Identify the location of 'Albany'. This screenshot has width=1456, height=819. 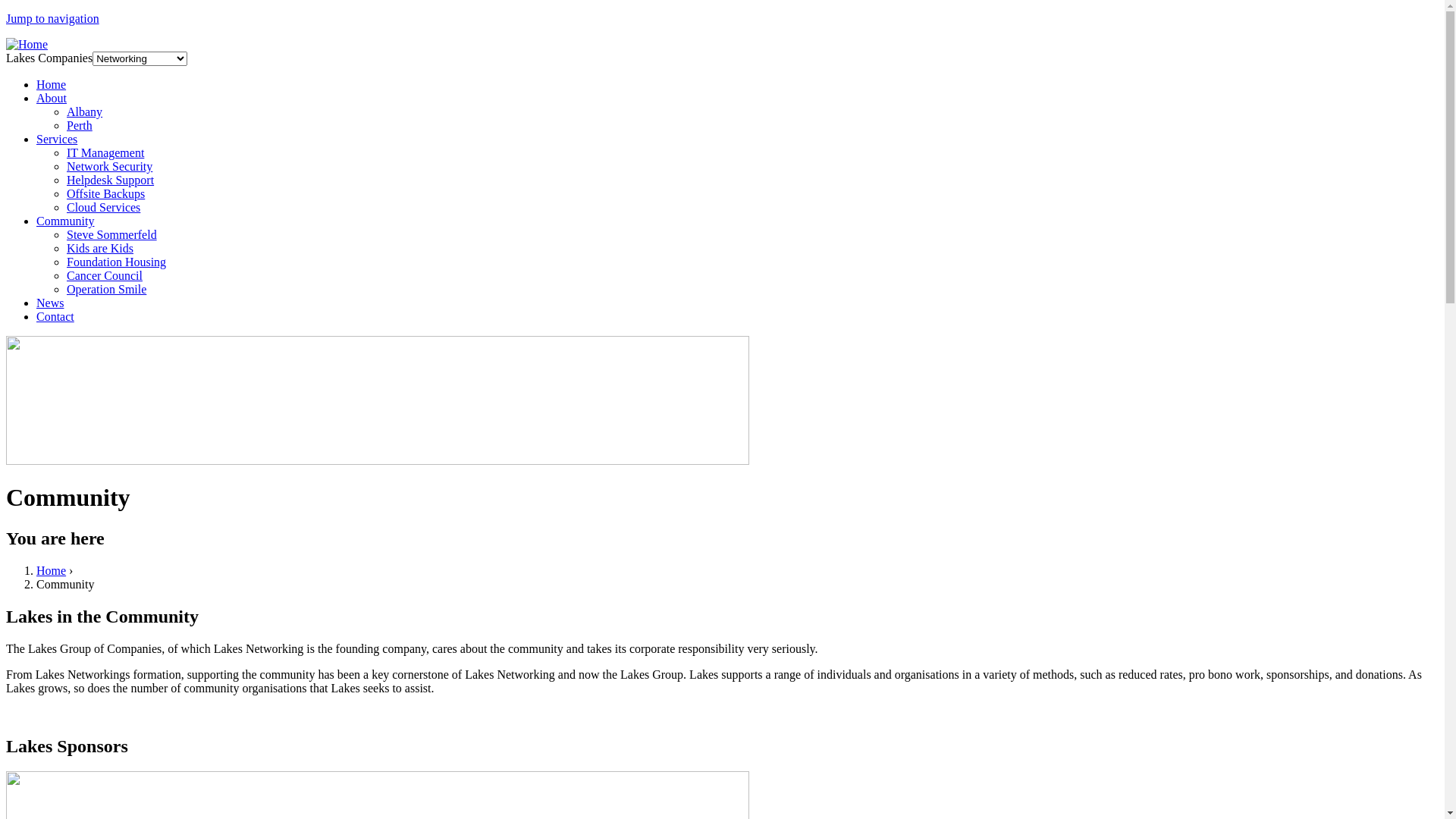
(83, 111).